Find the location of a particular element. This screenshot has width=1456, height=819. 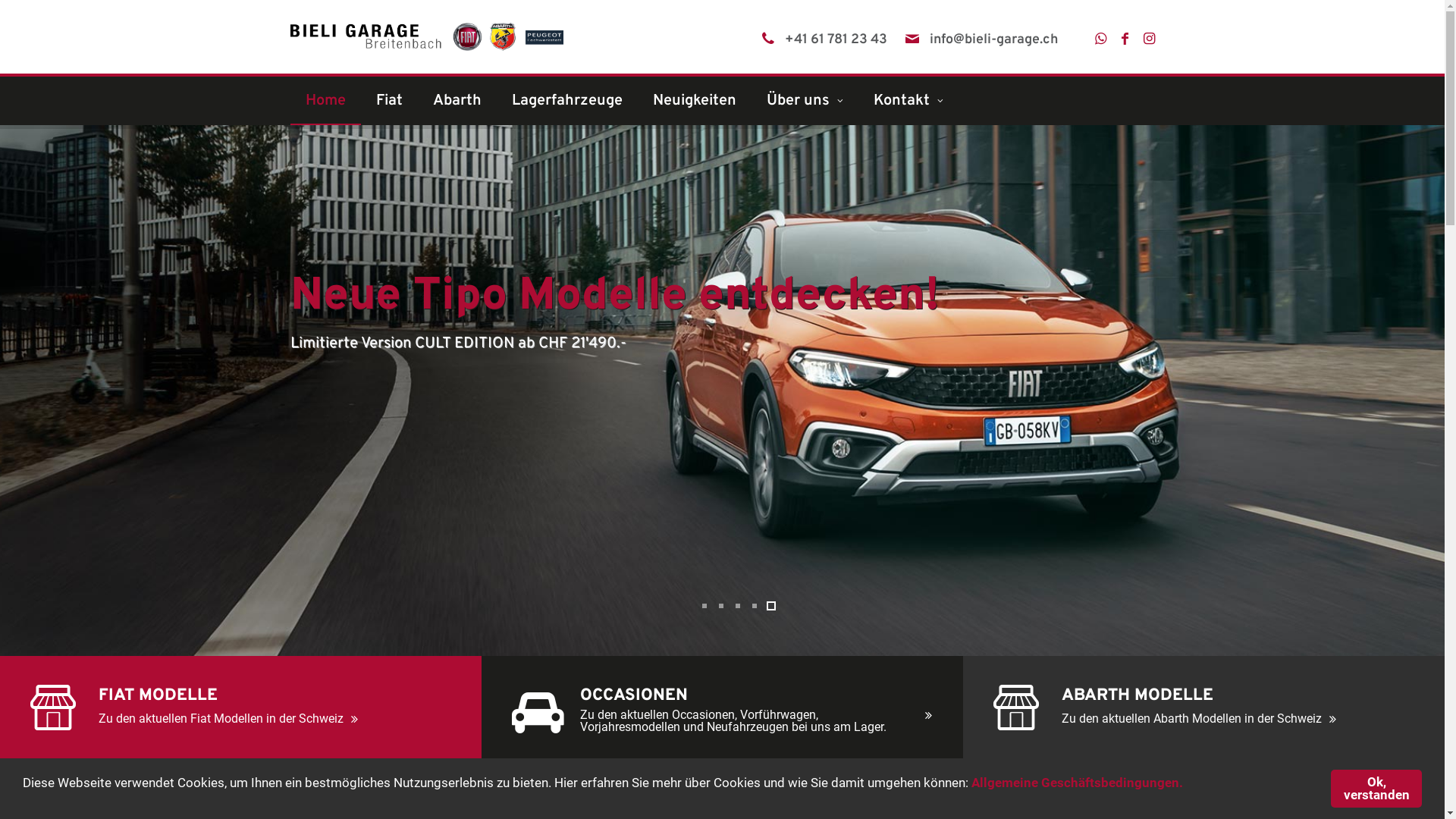

'Ok, verstanden' is located at coordinates (1376, 788).